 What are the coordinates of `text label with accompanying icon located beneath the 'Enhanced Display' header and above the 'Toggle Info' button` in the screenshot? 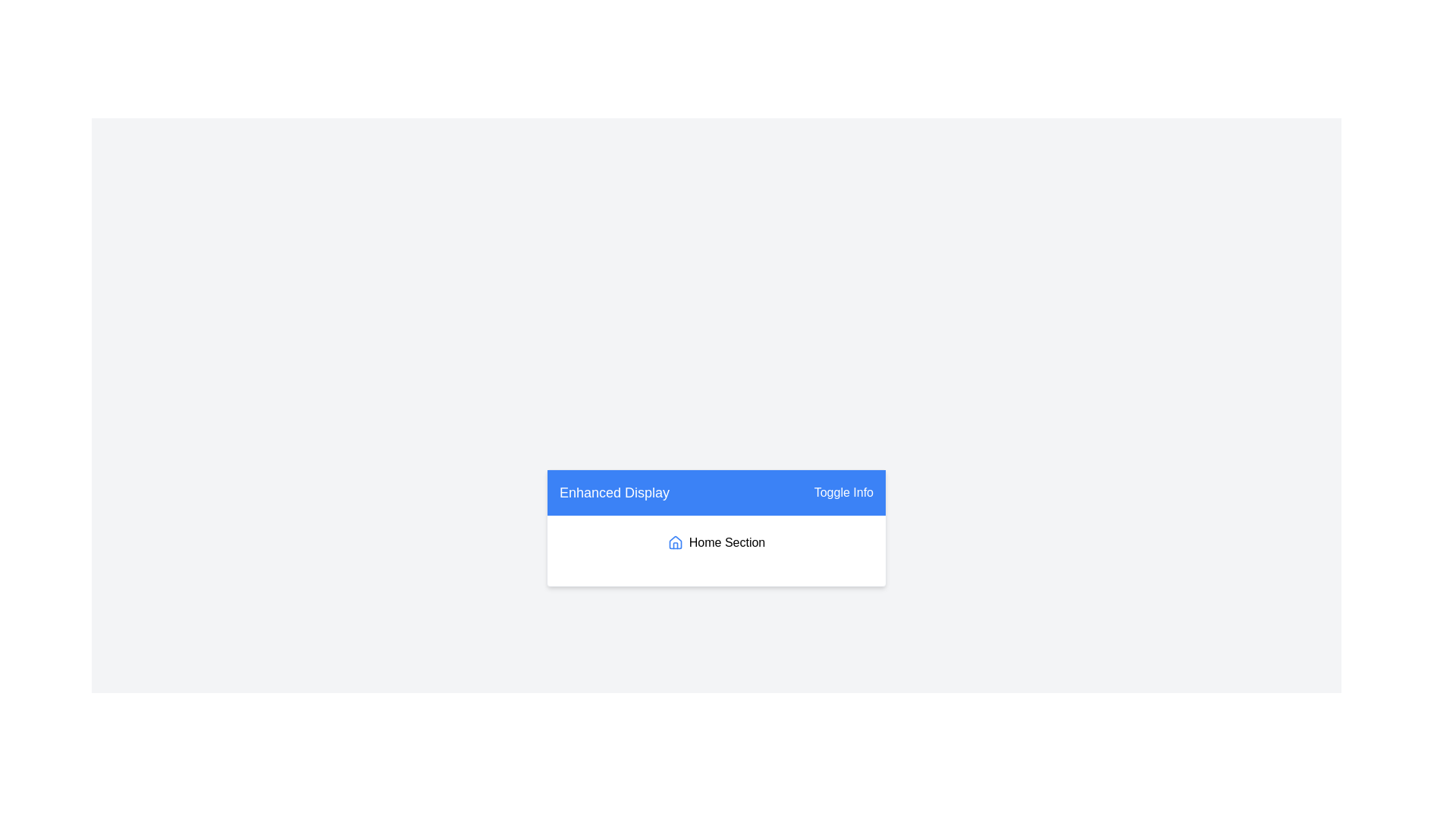 It's located at (716, 550).